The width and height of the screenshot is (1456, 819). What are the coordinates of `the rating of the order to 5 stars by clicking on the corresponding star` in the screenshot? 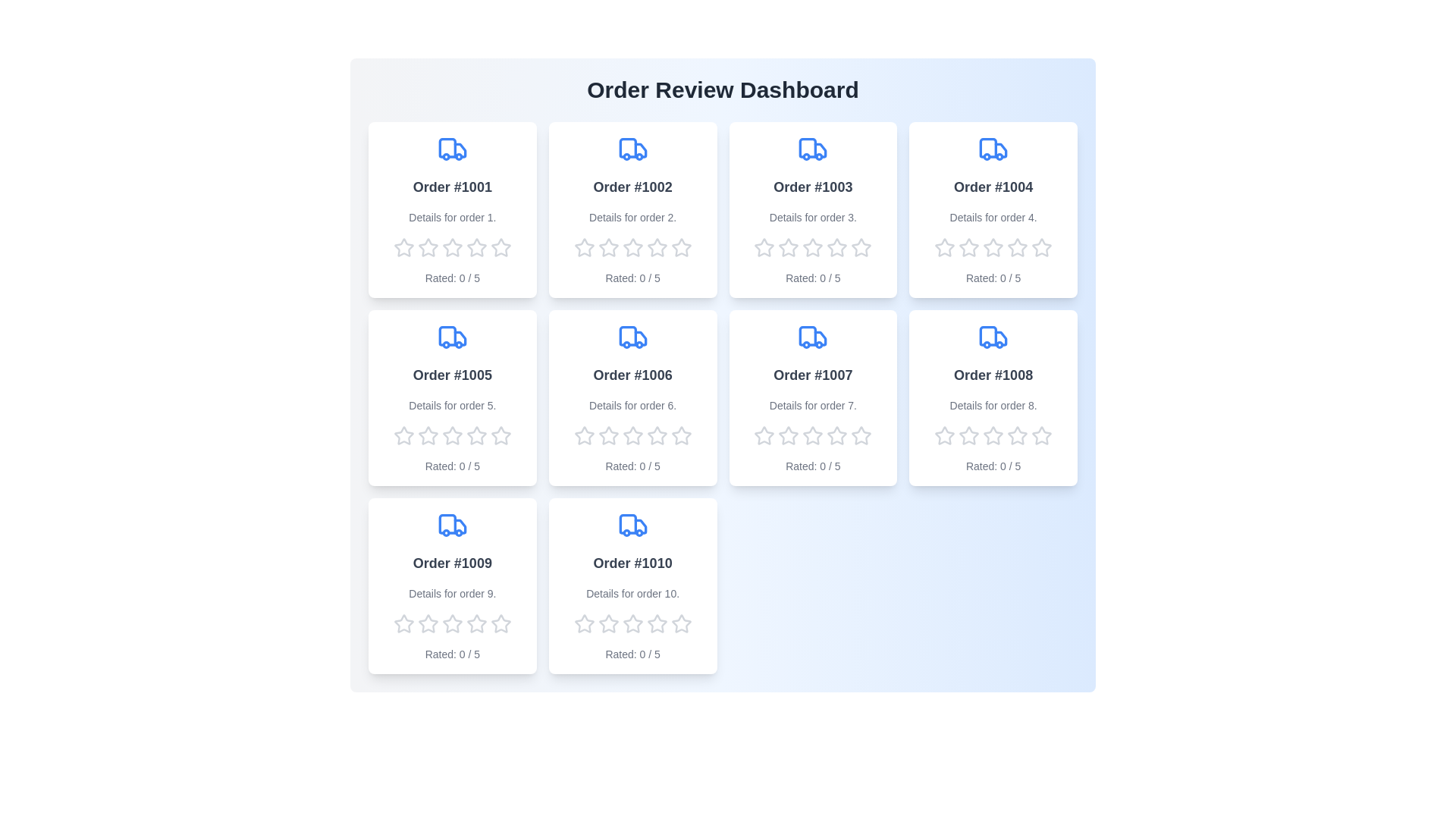 It's located at (500, 247).